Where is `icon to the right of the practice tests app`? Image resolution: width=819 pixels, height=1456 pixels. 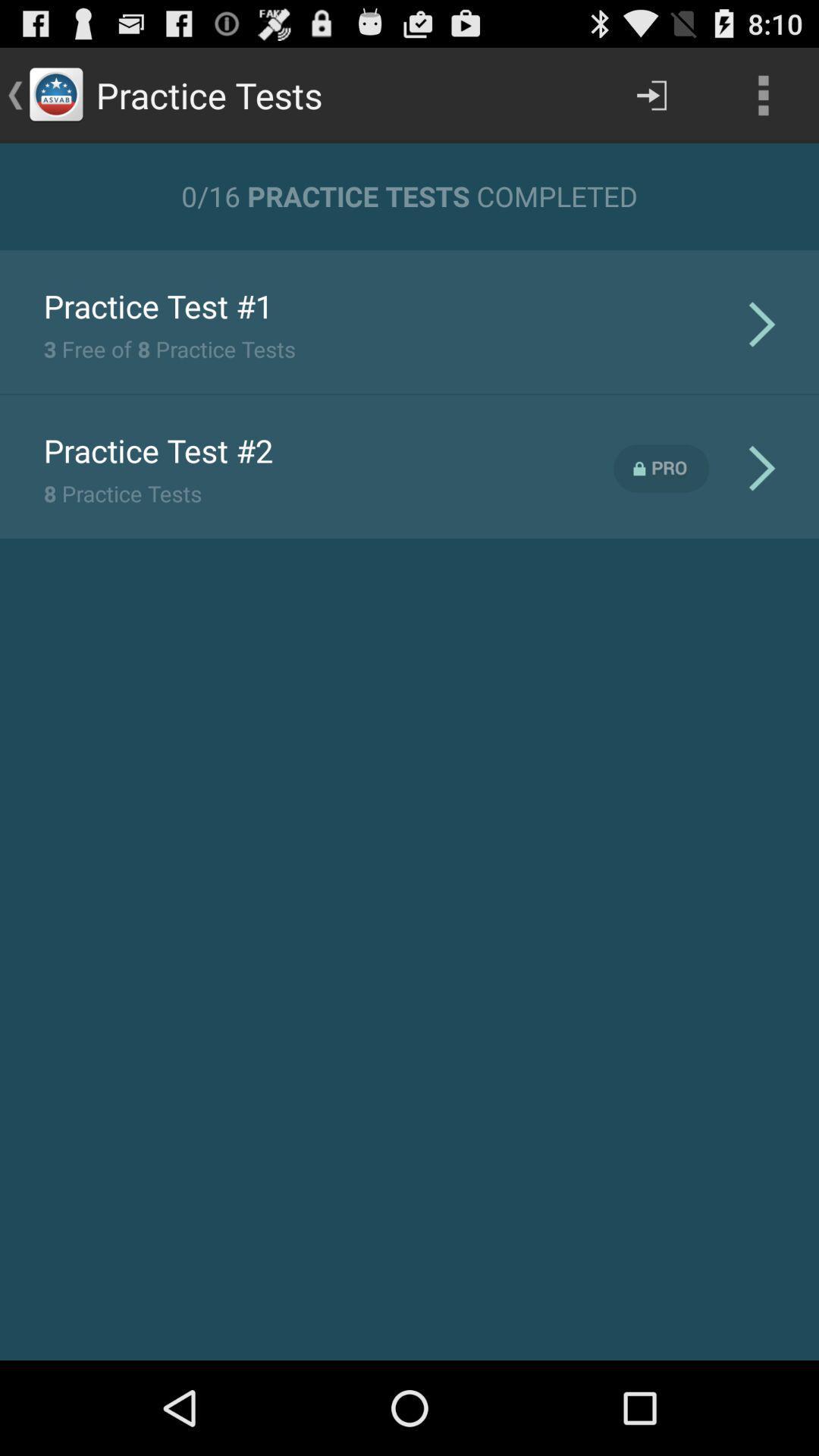
icon to the right of the practice tests app is located at coordinates (651, 94).